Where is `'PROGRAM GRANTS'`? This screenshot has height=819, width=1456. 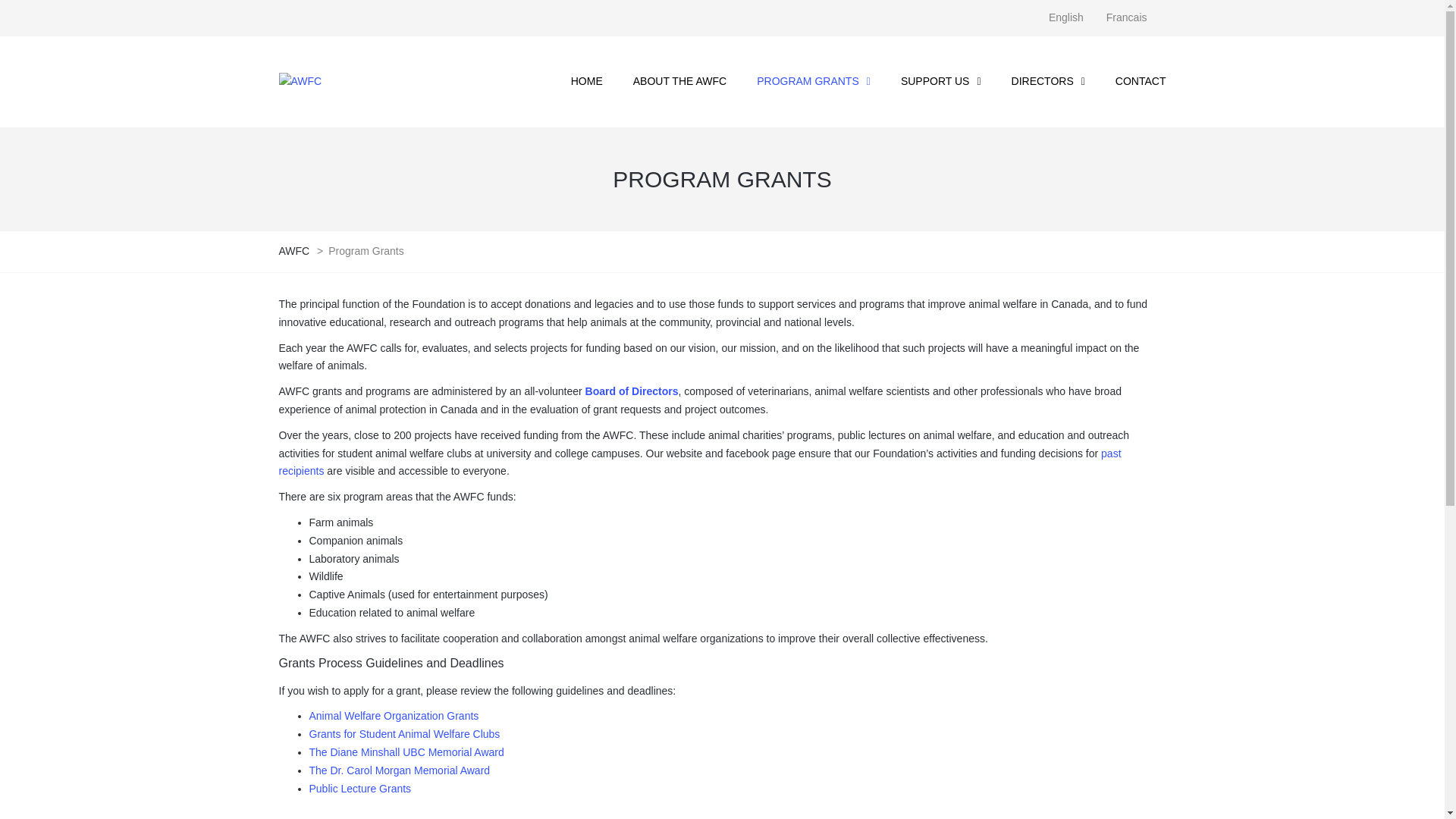 'PROGRAM GRANTS' is located at coordinates (813, 82).